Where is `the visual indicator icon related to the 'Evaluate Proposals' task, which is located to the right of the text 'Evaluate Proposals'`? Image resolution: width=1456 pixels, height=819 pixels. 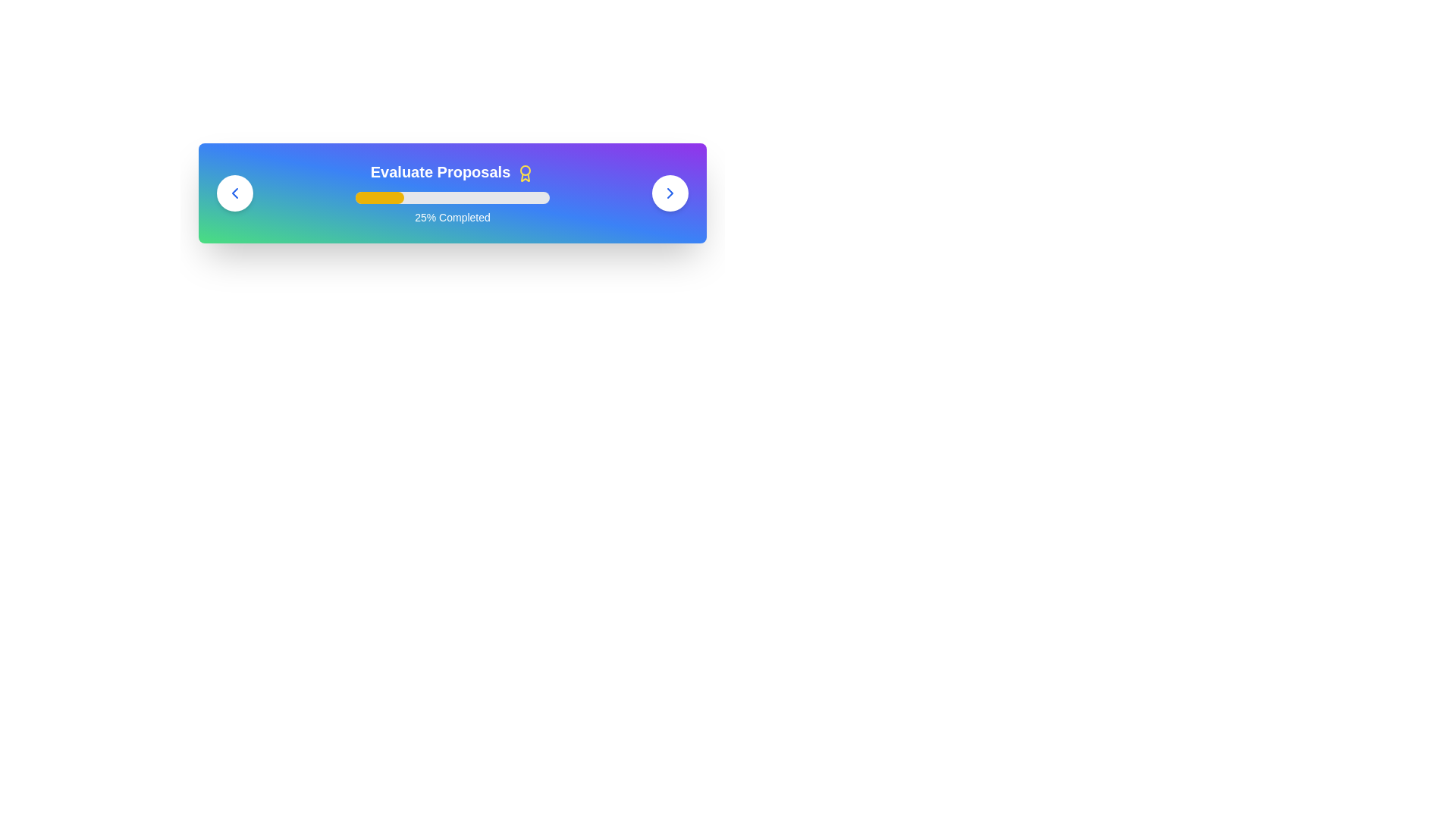 the visual indicator icon related to the 'Evaluate Proposals' task, which is located to the right of the text 'Evaluate Proposals' is located at coordinates (526, 172).